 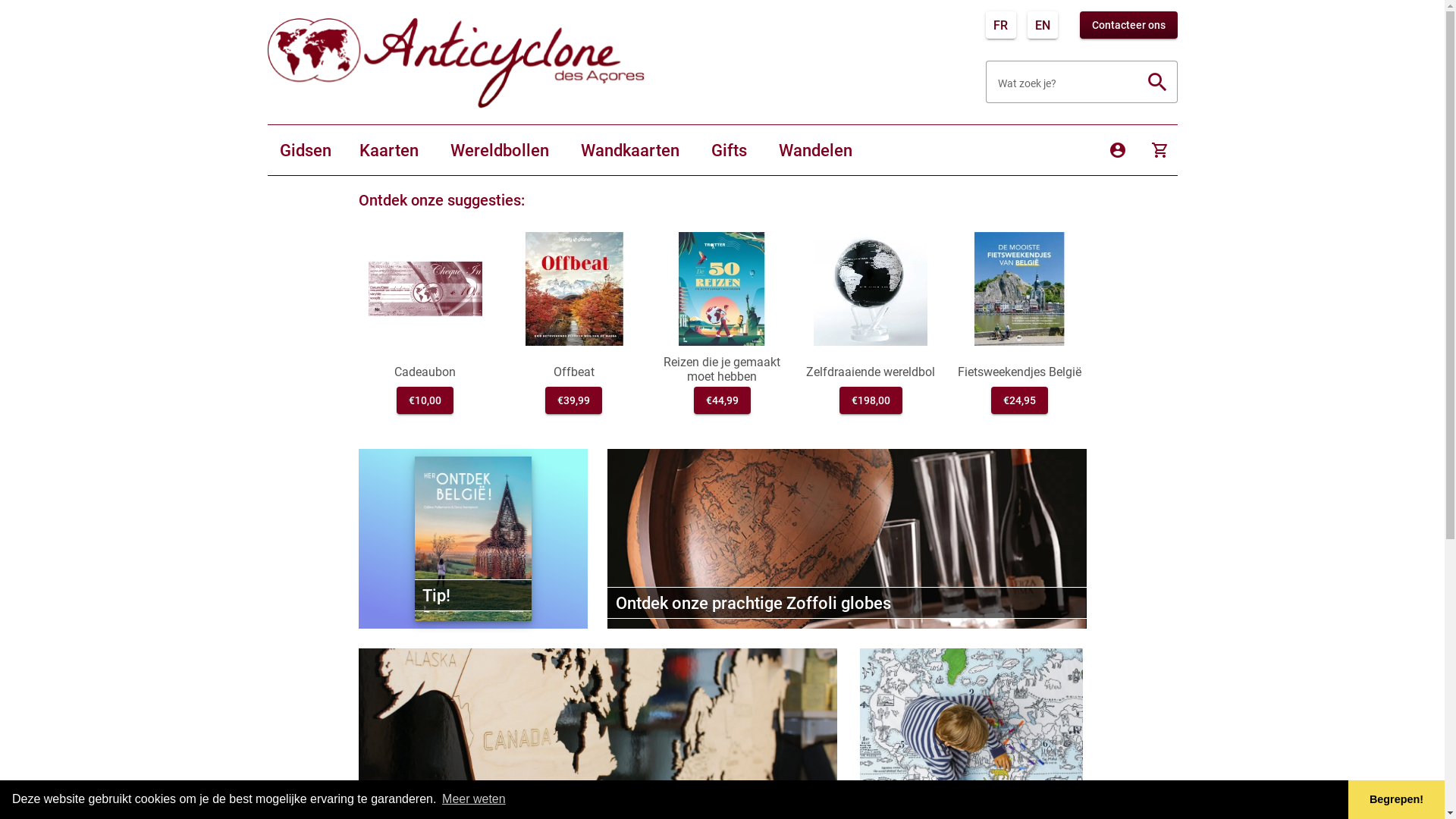 What do you see at coordinates (266, 149) in the screenshot?
I see `'Gidsen'` at bounding box center [266, 149].